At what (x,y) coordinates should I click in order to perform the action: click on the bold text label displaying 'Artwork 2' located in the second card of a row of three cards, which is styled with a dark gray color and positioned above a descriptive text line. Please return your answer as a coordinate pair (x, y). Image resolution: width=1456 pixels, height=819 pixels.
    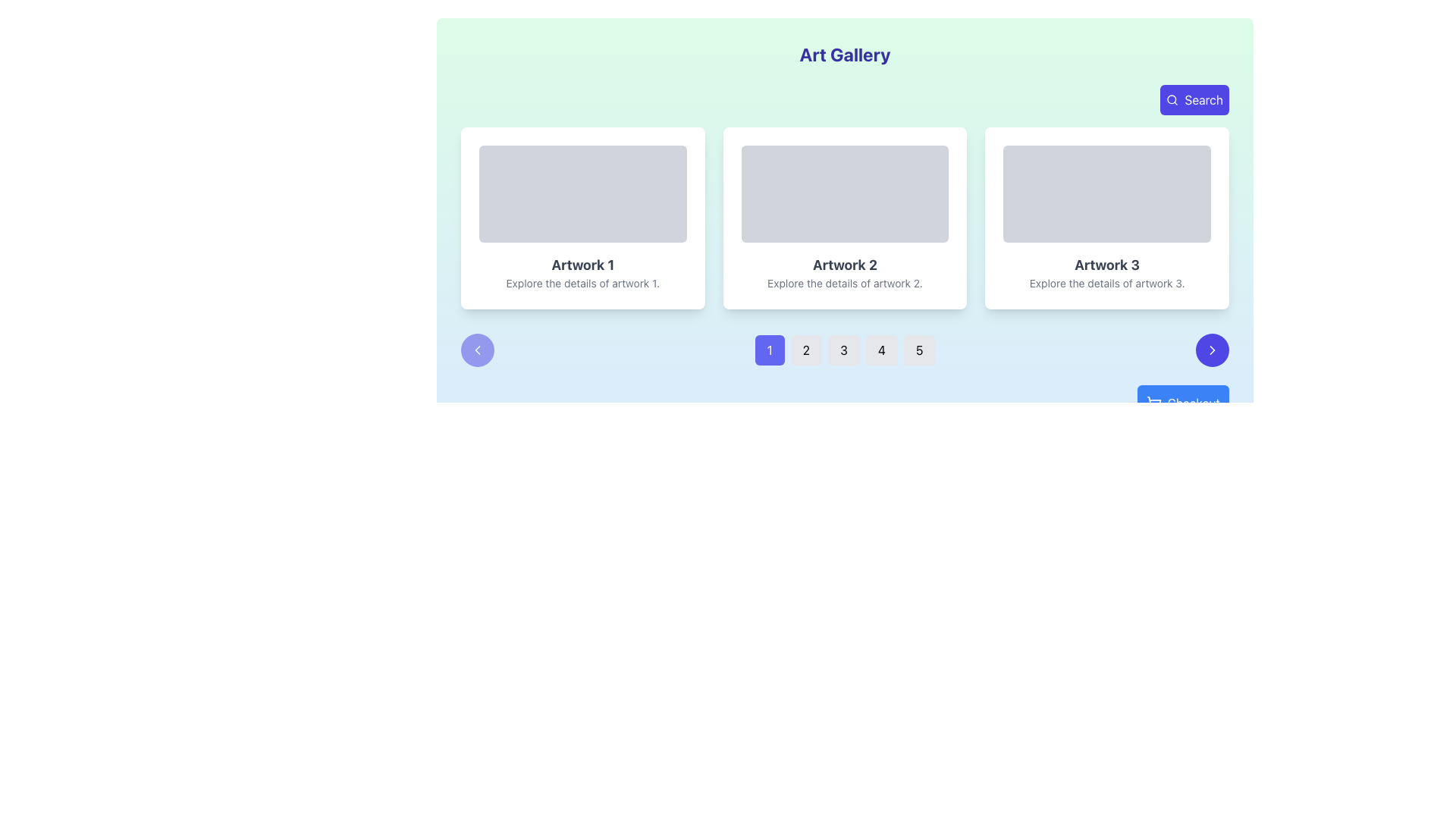
    Looking at the image, I should click on (844, 265).